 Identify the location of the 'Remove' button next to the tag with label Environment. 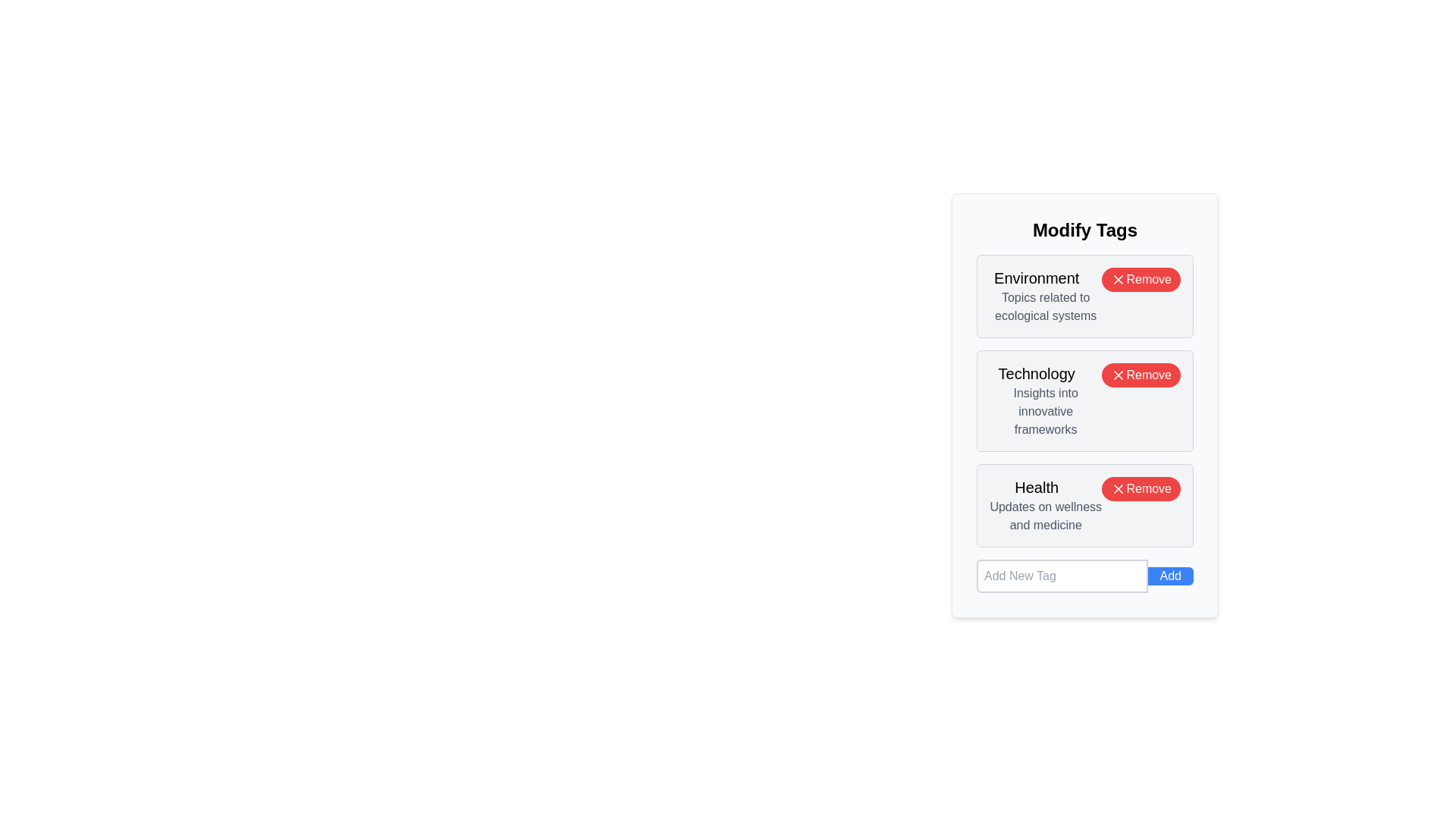
(1141, 280).